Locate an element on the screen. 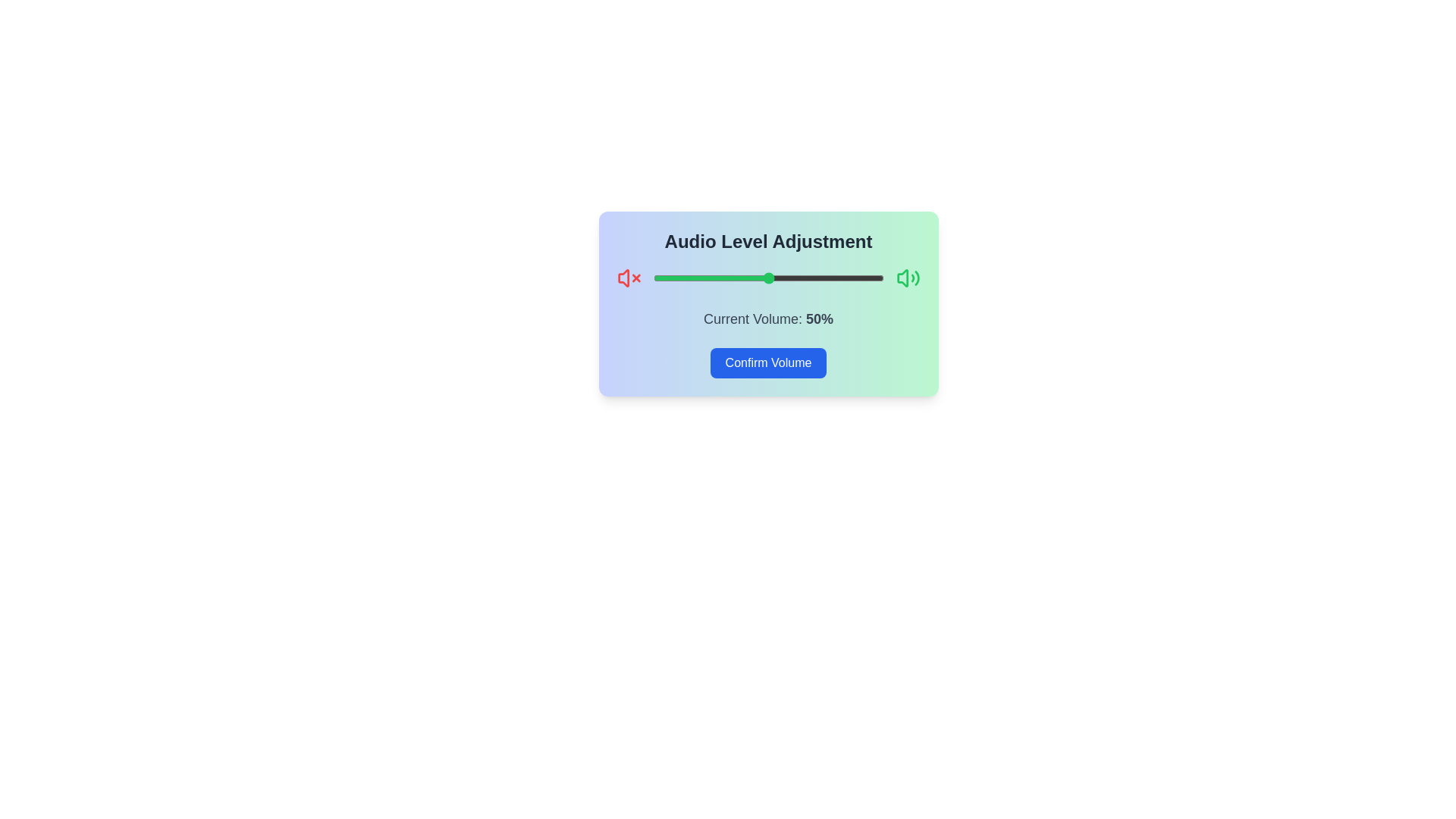 The height and width of the screenshot is (819, 1456). the volume slider to set the volume to 59% is located at coordinates (789, 278).